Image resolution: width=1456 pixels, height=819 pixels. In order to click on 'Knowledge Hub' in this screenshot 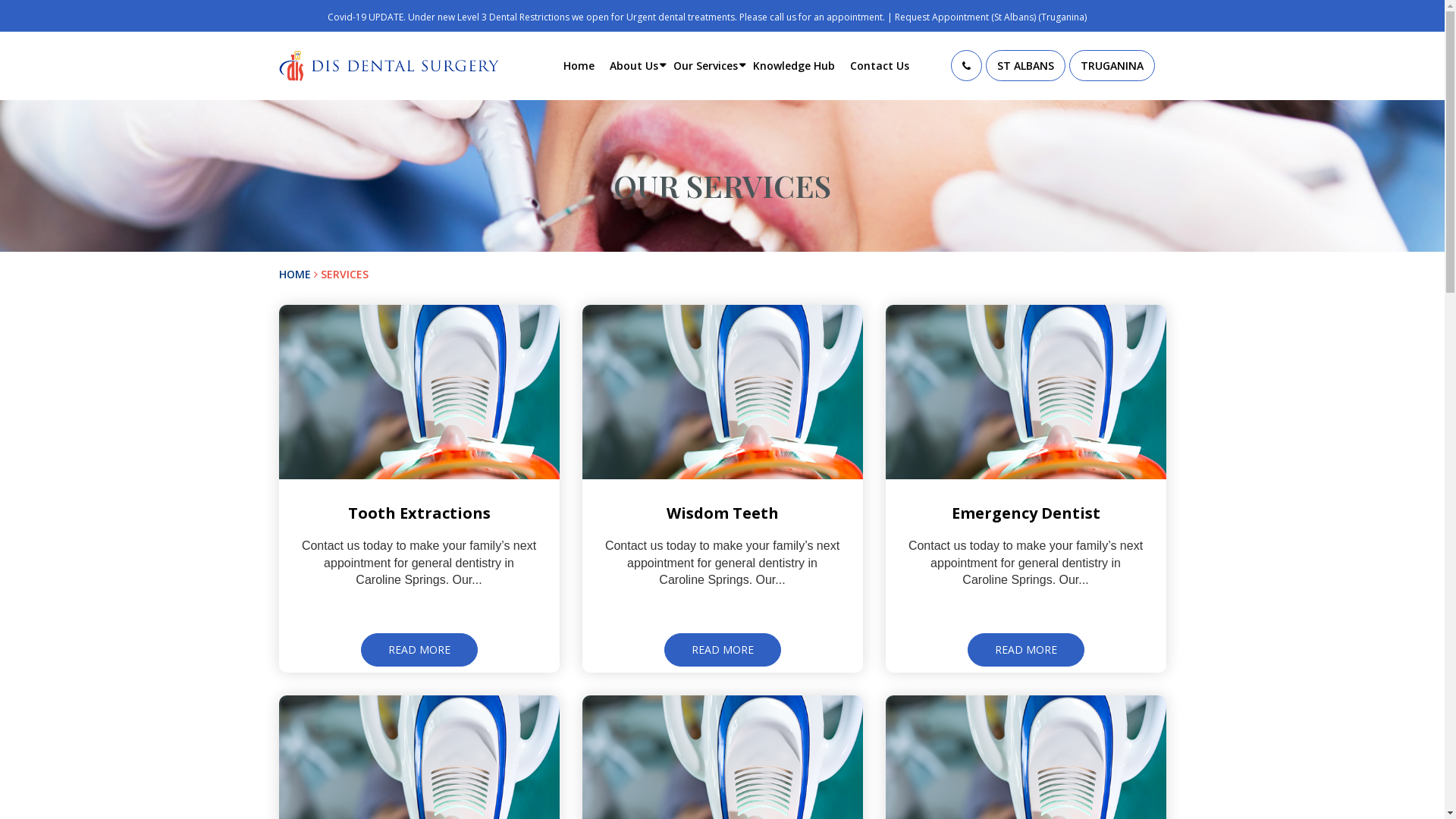, I will do `click(745, 64)`.